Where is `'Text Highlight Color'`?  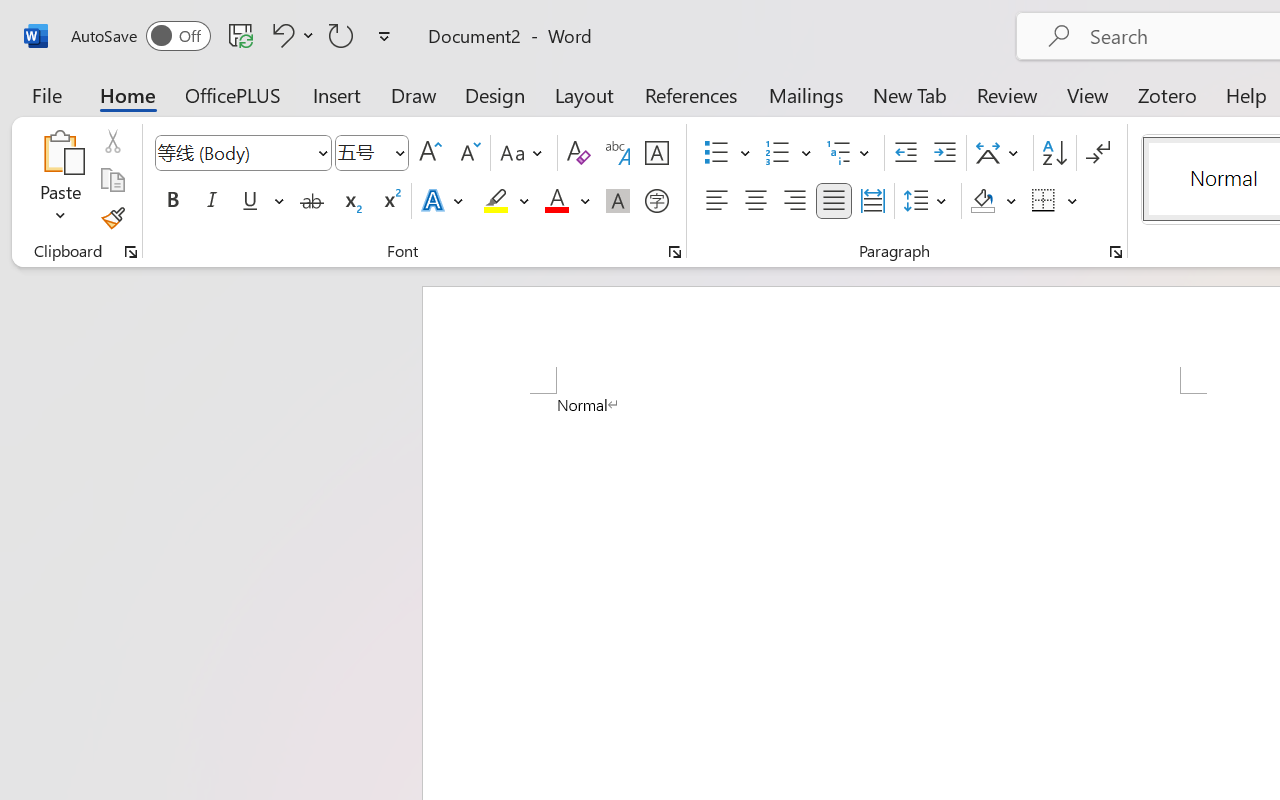
'Text Highlight Color' is located at coordinates (506, 201).